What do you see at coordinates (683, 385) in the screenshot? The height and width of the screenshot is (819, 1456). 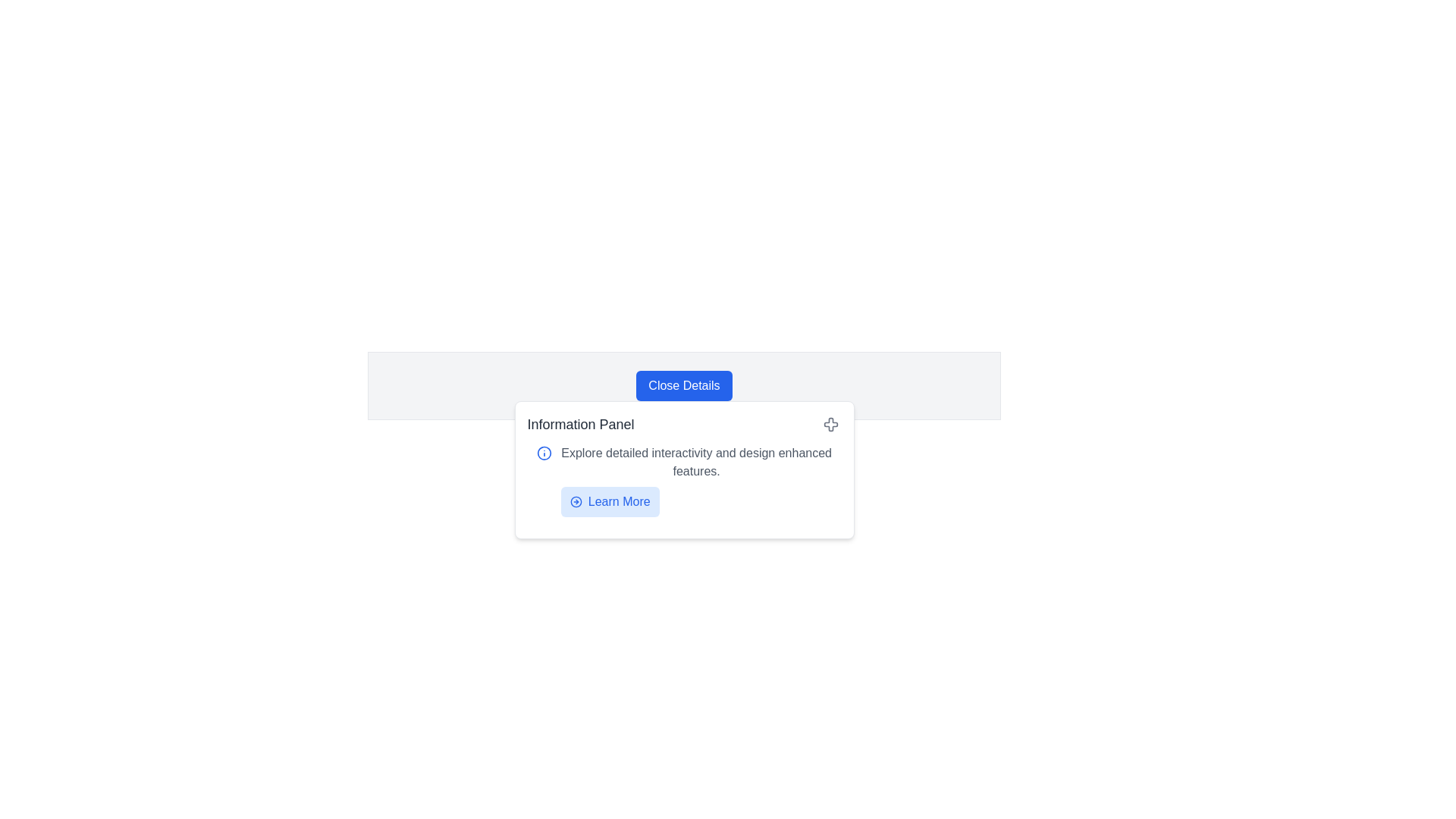 I see `the 'Close Details' button, which is a rectangular button with a blue background and white text` at bounding box center [683, 385].